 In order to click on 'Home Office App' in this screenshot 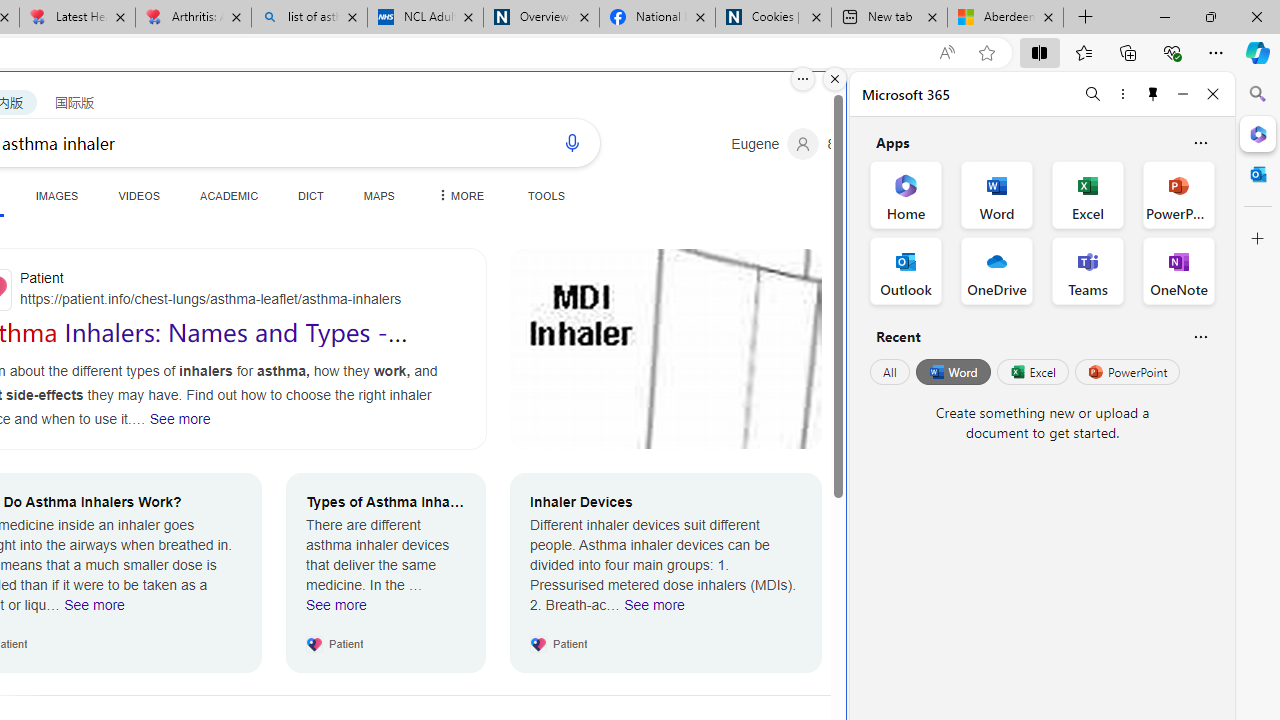, I will do `click(905, 195)`.